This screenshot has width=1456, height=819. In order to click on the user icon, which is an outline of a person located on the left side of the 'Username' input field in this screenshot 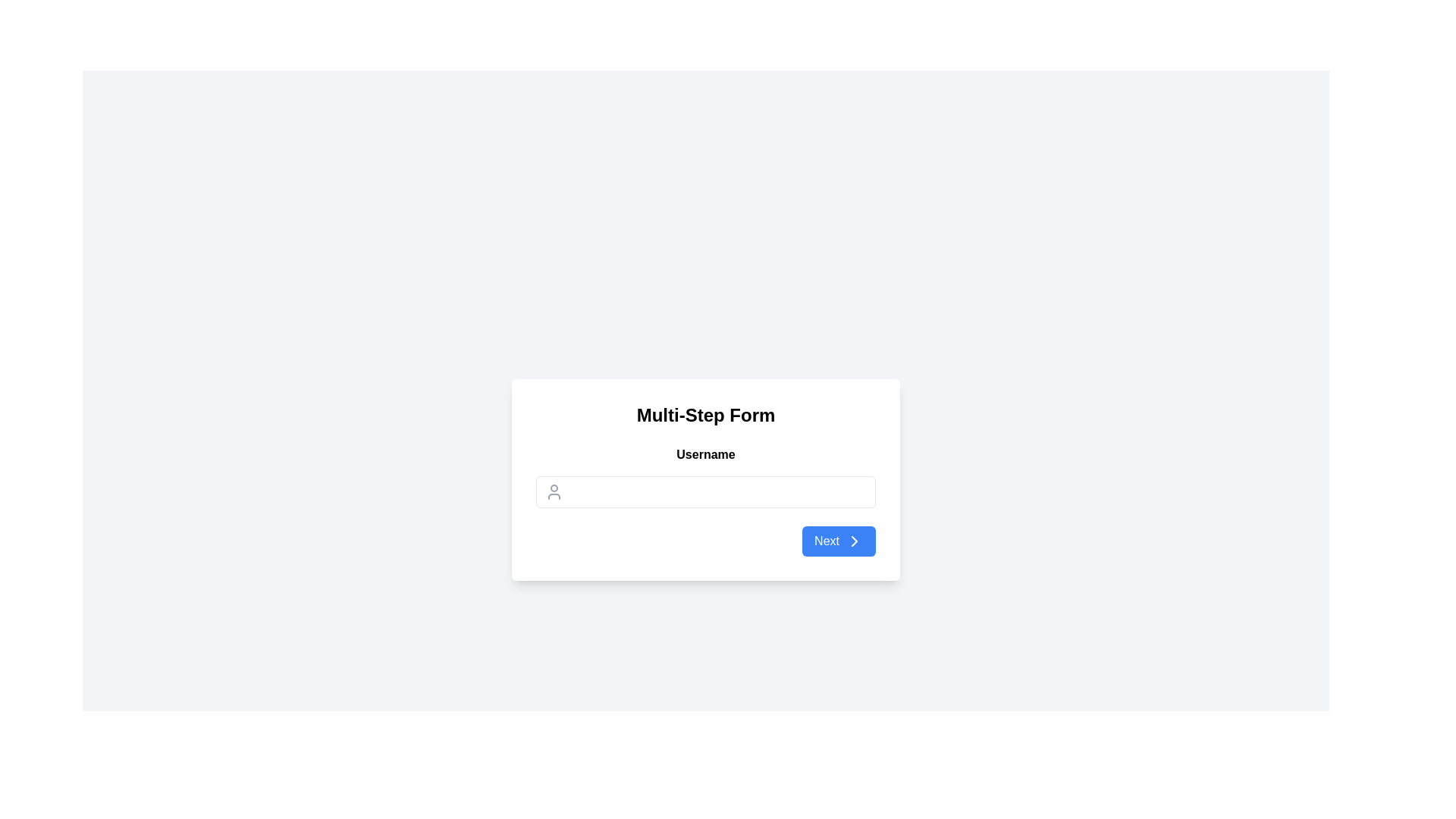, I will do `click(553, 491)`.